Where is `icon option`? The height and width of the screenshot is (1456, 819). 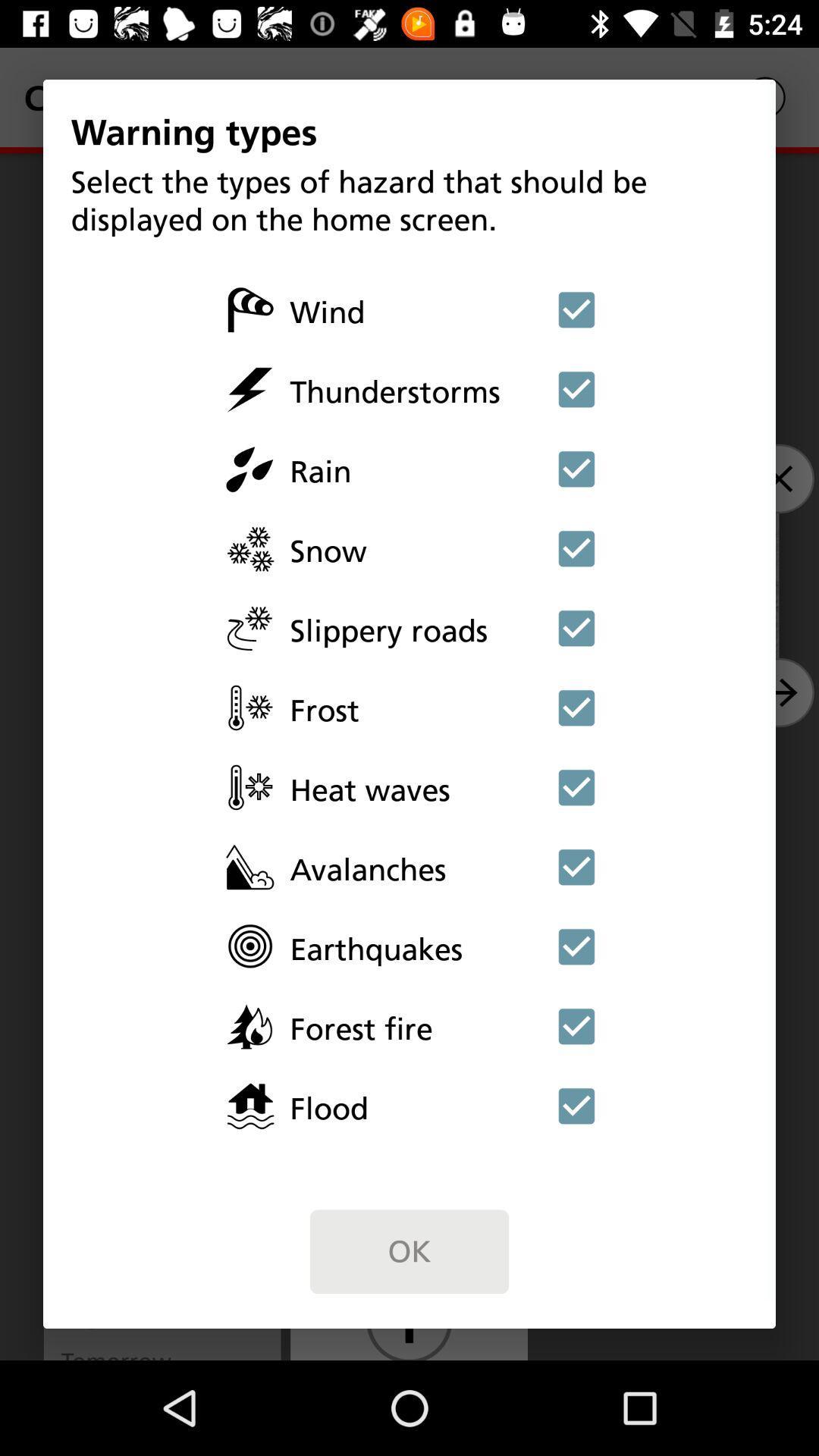
icon option is located at coordinates (576, 389).